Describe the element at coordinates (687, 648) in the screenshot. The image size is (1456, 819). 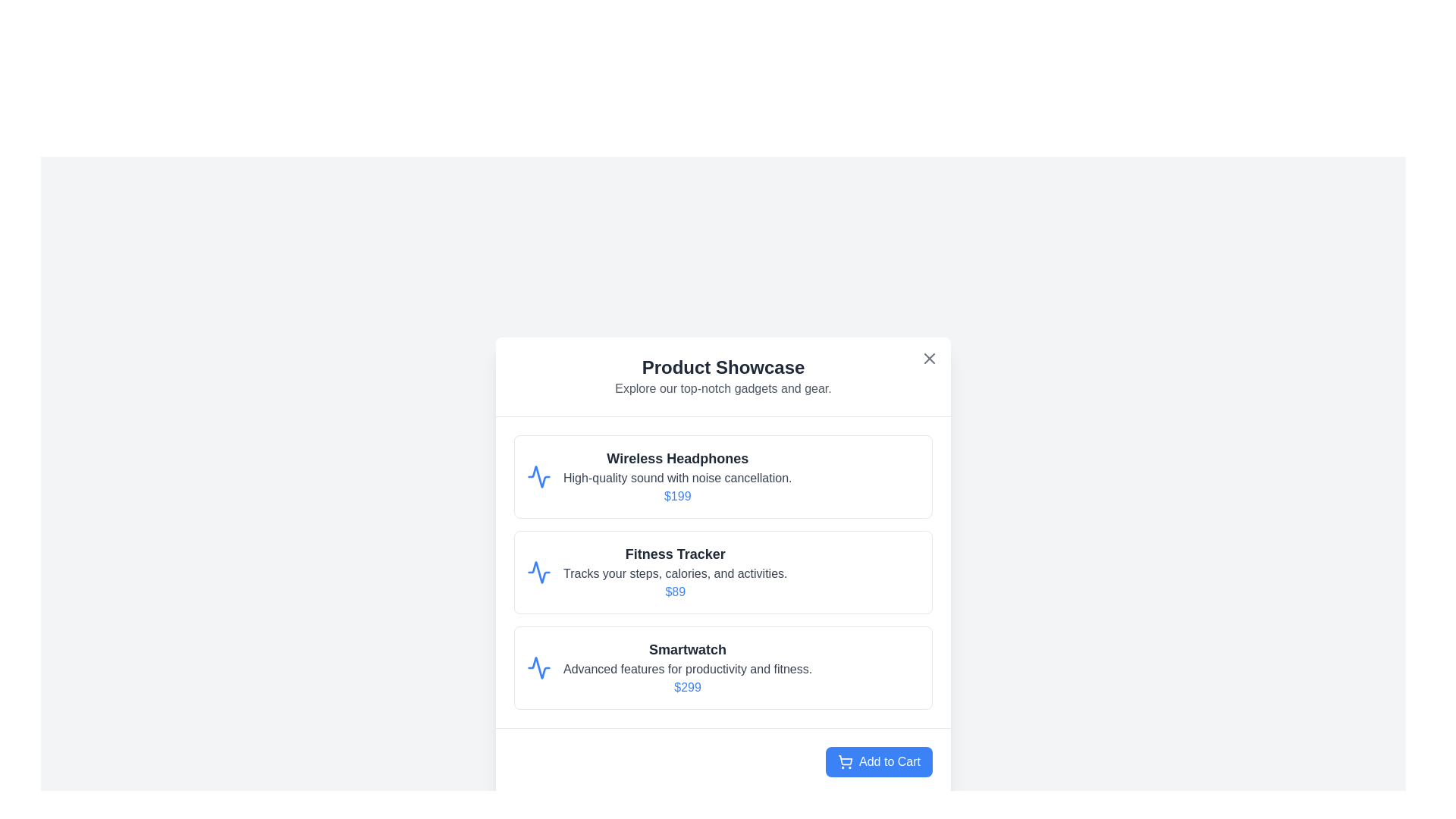
I see `the 'Smartwatch' text label, which is styled in a prominent font, larger size, and bold weight, located in the third item of a vertically stacked list` at that location.